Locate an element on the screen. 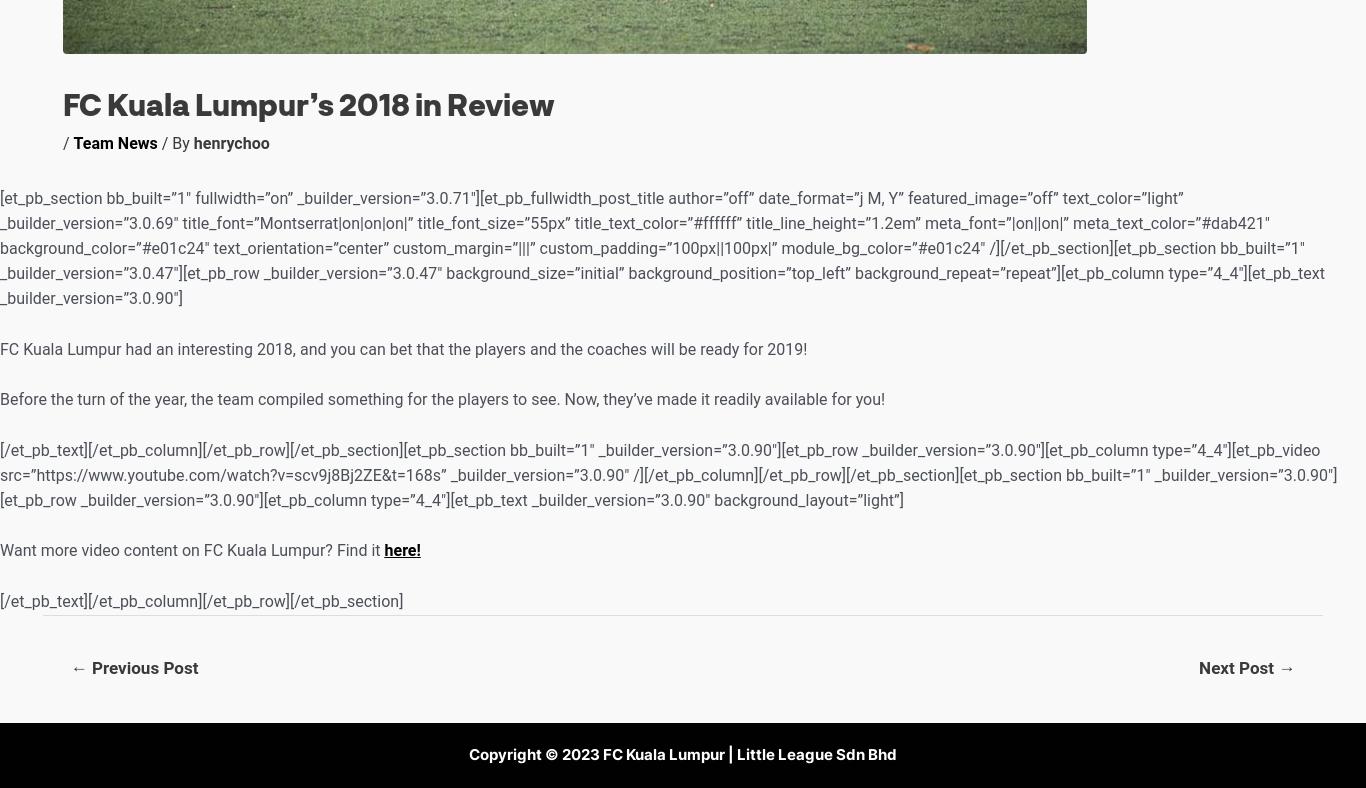  'Team News' is located at coordinates (114, 143).